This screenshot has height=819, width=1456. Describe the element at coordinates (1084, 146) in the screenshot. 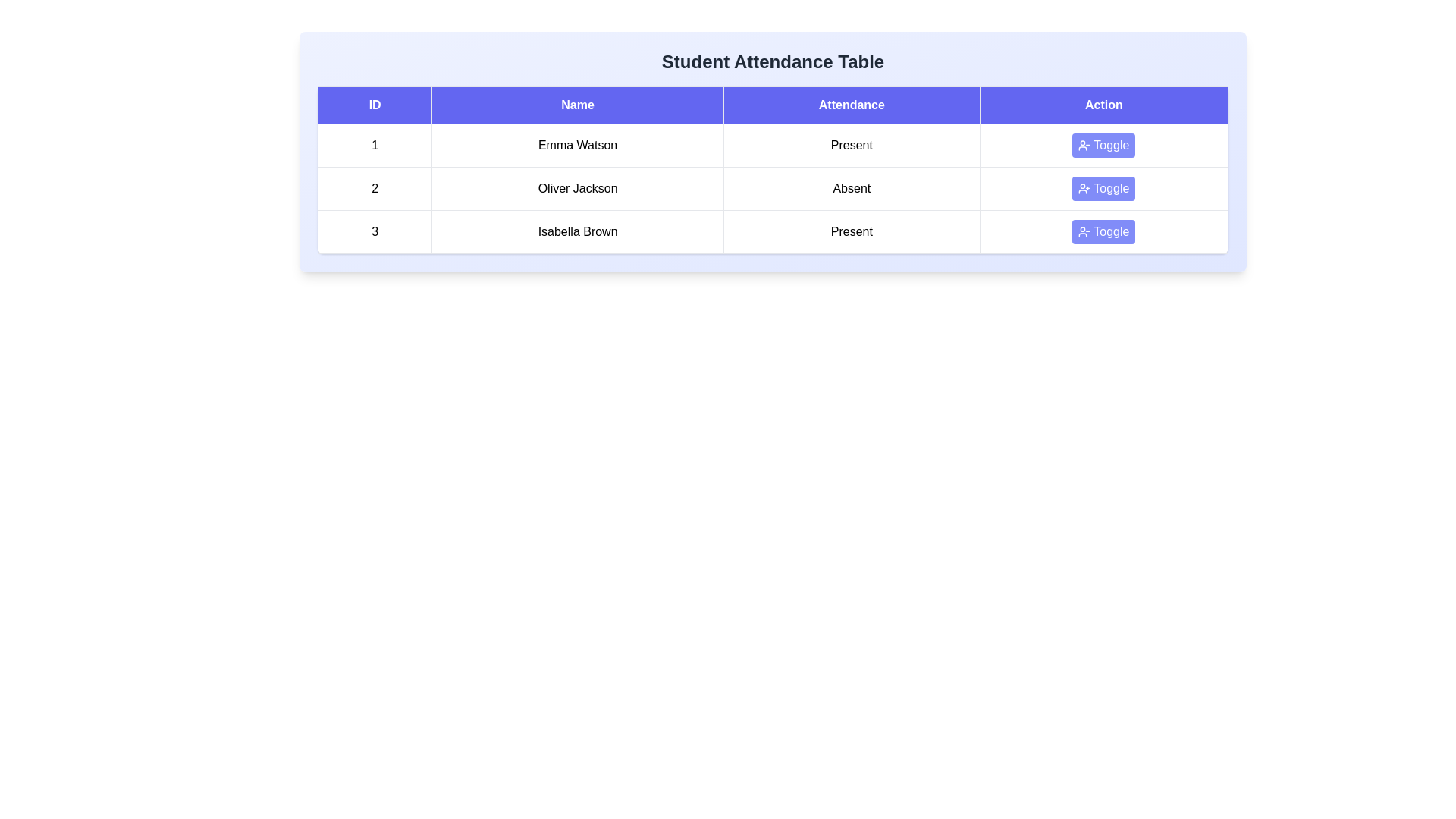

I see `tooltip or description of the user-minus icon within the first 'Toggle' button in the 'Action' column of the table, associated with the first row of data` at that location.